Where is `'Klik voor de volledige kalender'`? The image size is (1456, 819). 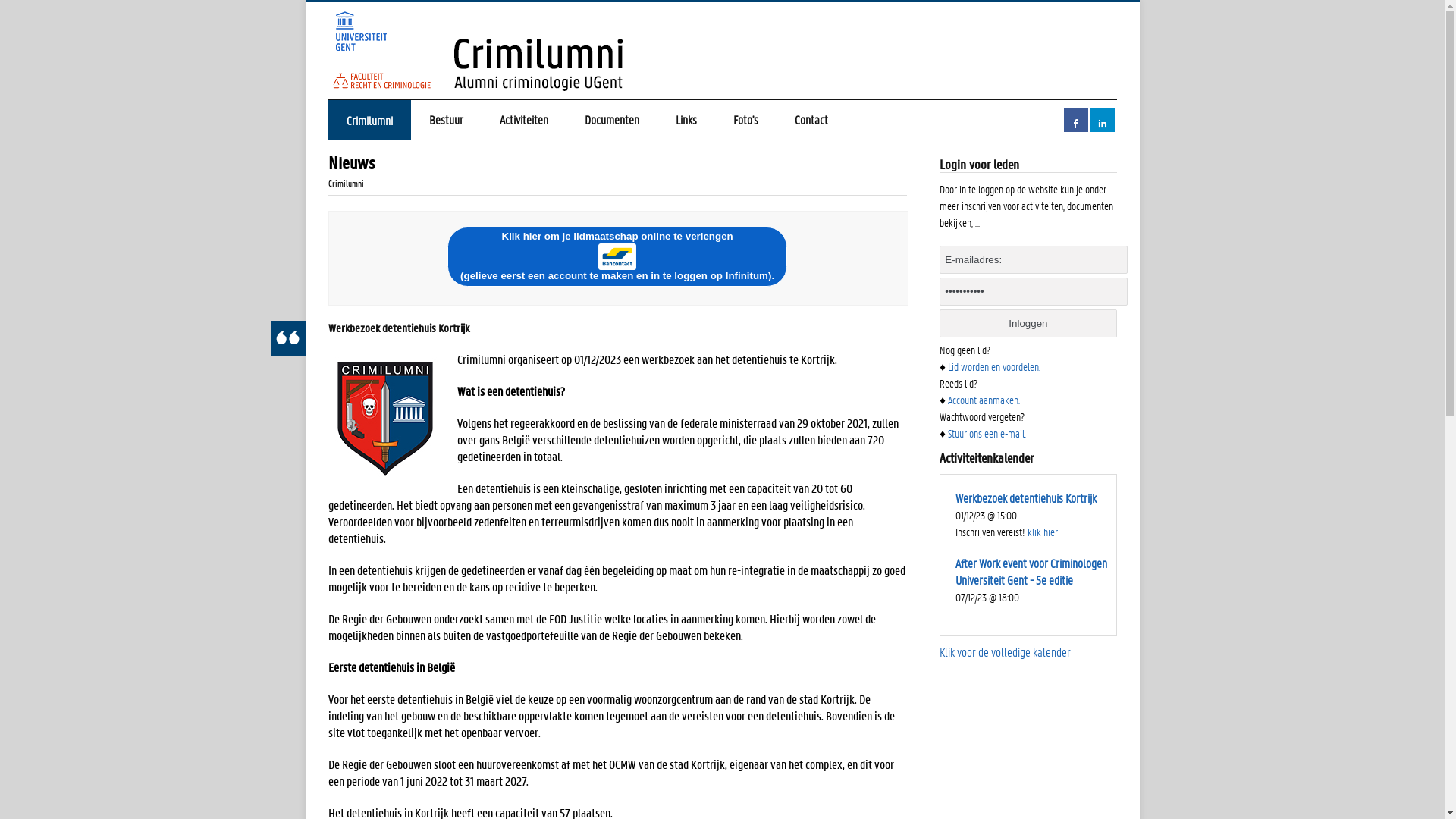 'Klik voor de volledige kalender' is located at coordinates (1005, 651).